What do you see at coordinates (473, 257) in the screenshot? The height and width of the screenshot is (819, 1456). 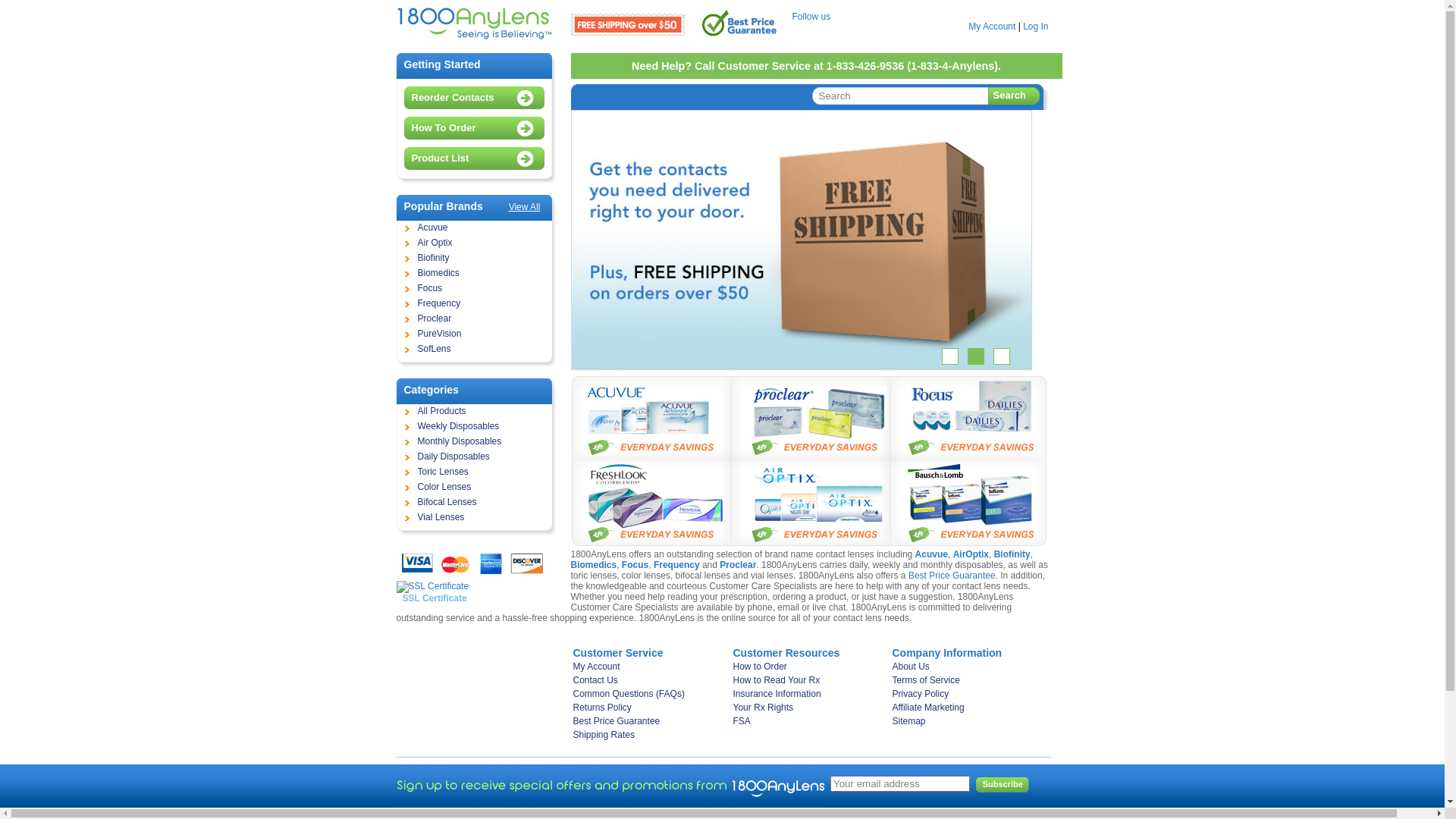 I see `'Biofinity'` at bounding box center [473, 257].